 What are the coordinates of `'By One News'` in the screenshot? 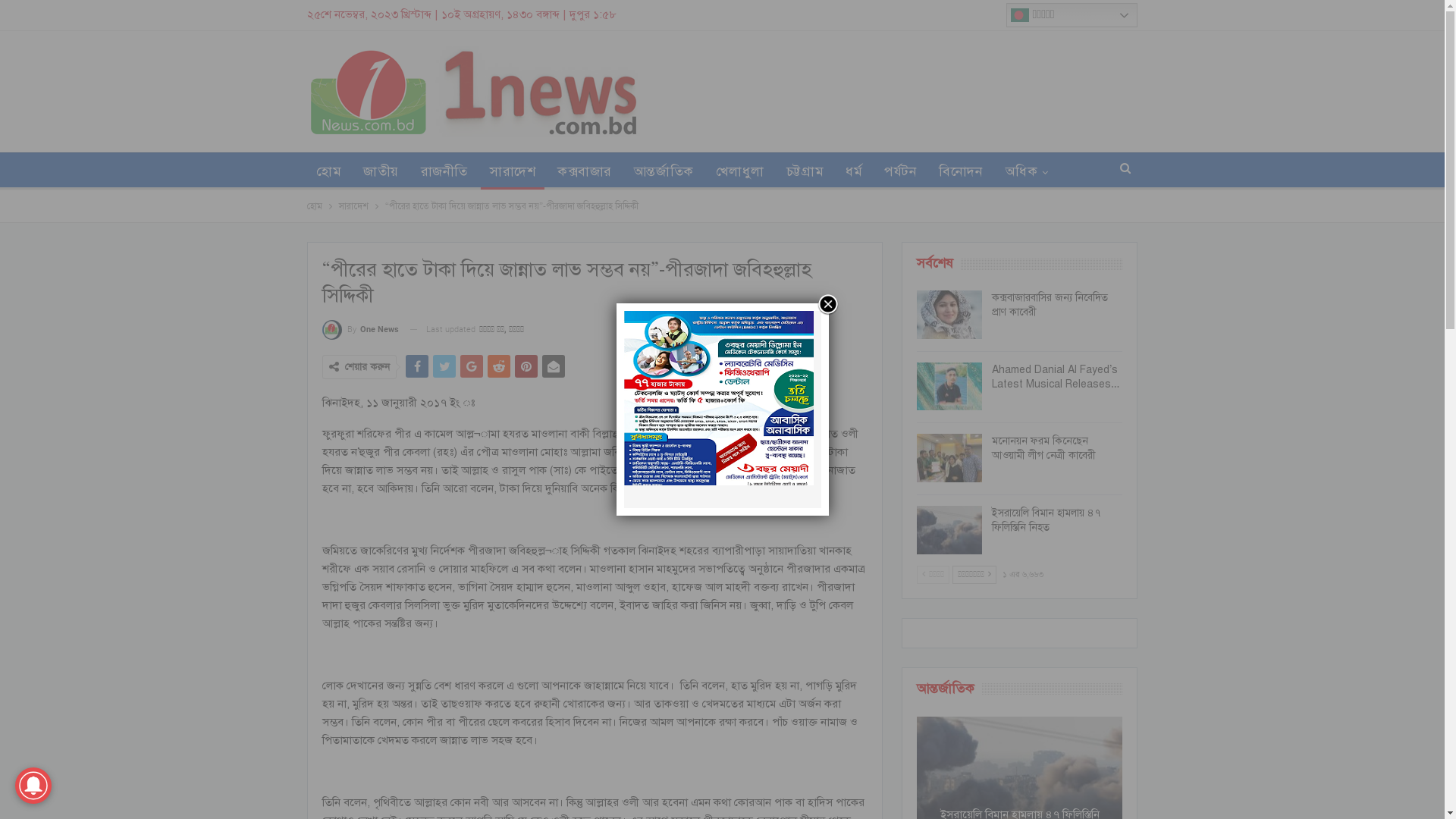 It's located at (359, 329).